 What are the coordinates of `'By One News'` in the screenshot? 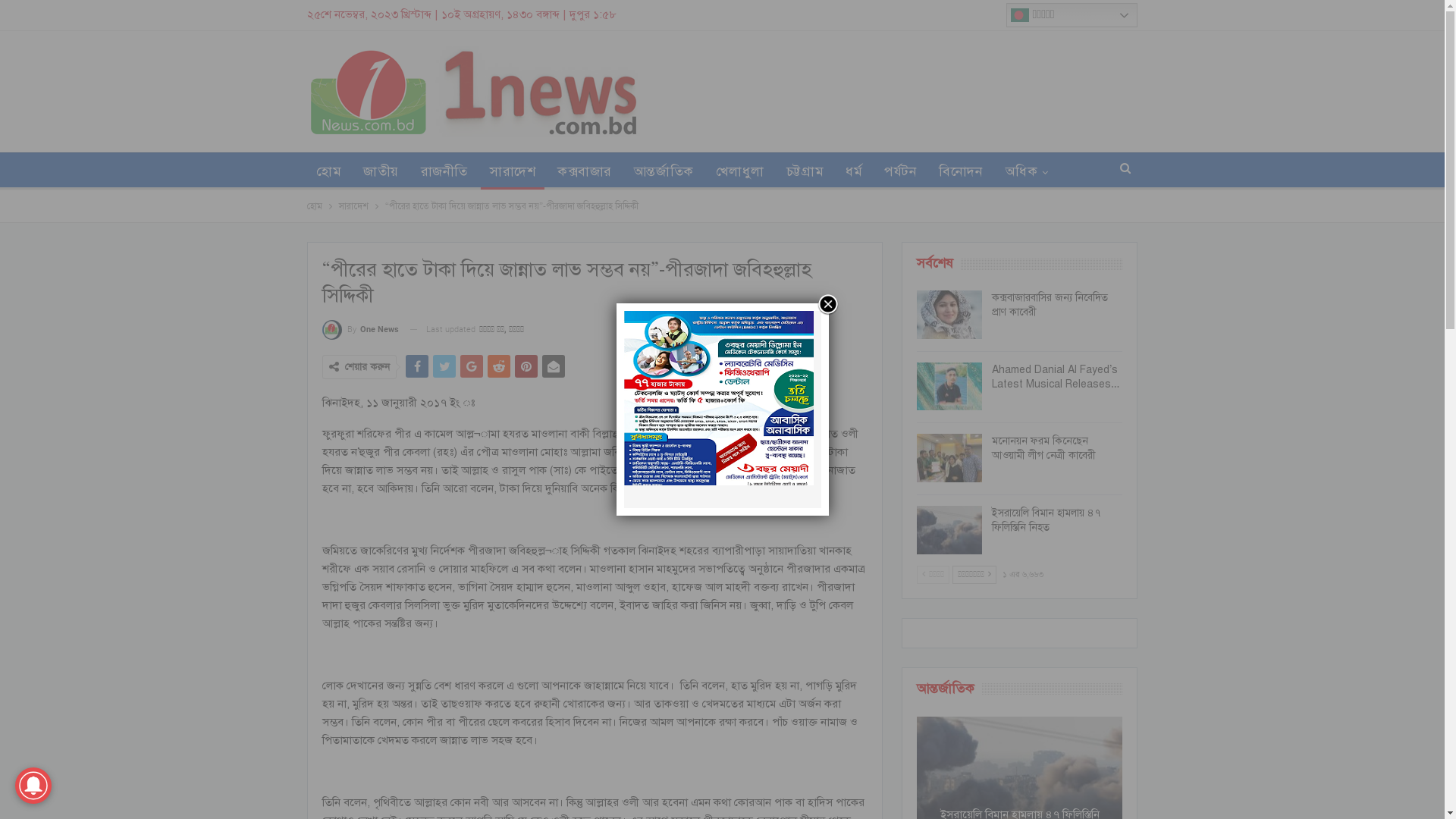 It's located at (359, 329).